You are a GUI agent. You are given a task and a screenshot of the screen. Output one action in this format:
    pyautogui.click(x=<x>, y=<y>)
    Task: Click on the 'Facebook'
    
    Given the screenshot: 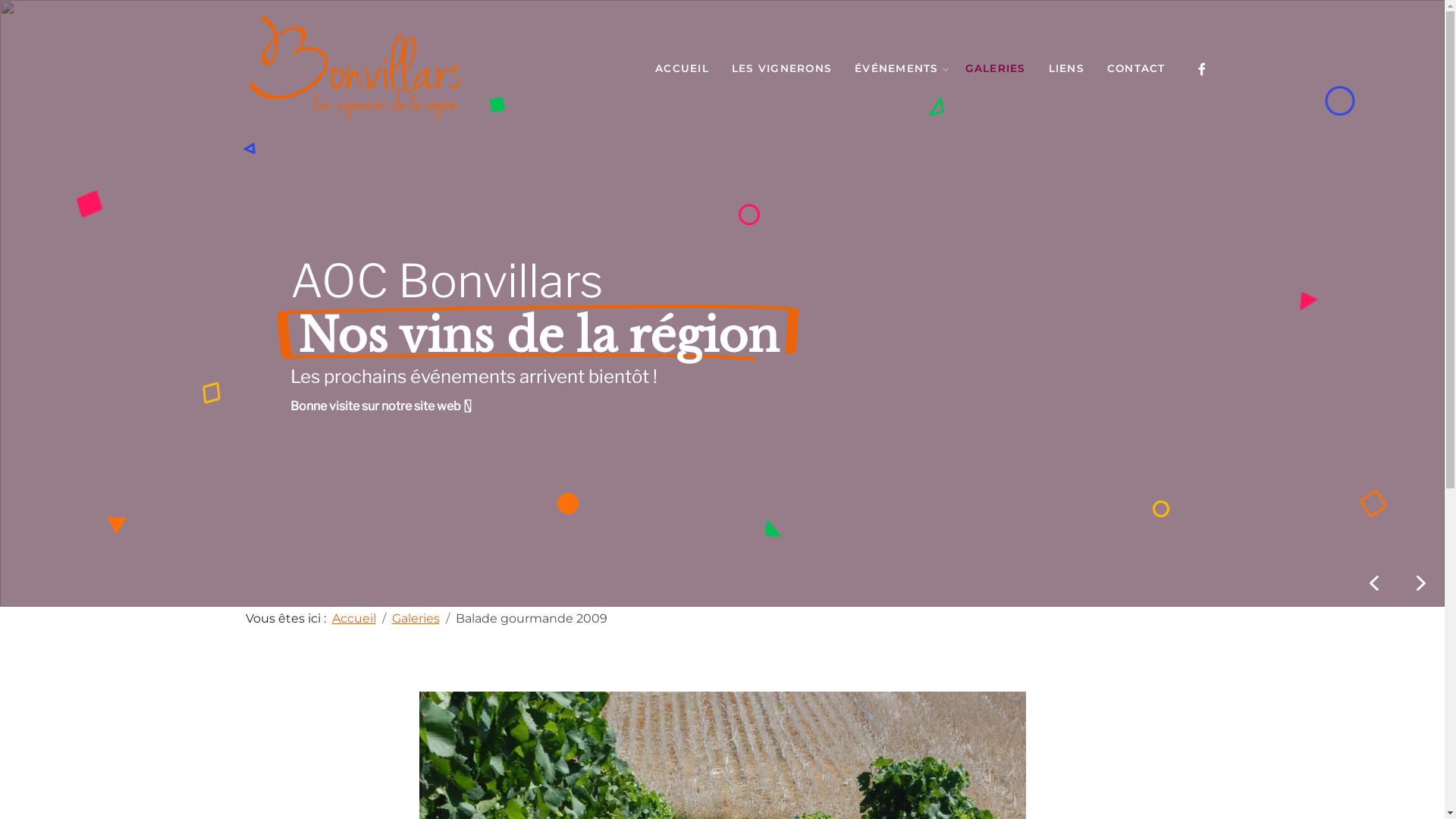 What is the action you would take?
    pyautogui.click(x=1200, y=68)
    